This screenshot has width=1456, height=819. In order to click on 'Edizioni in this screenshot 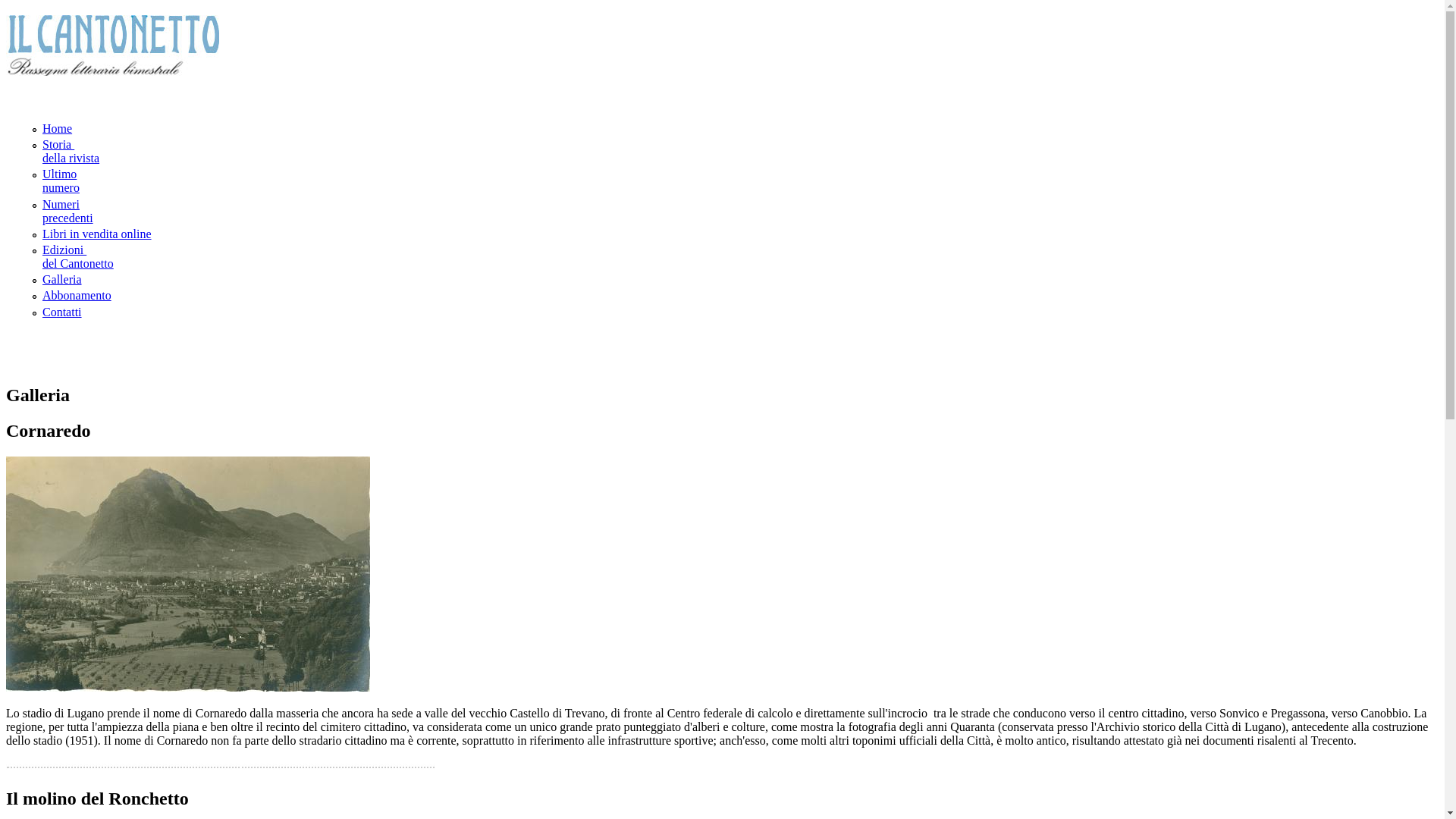, I will do `click(42, 256)`.